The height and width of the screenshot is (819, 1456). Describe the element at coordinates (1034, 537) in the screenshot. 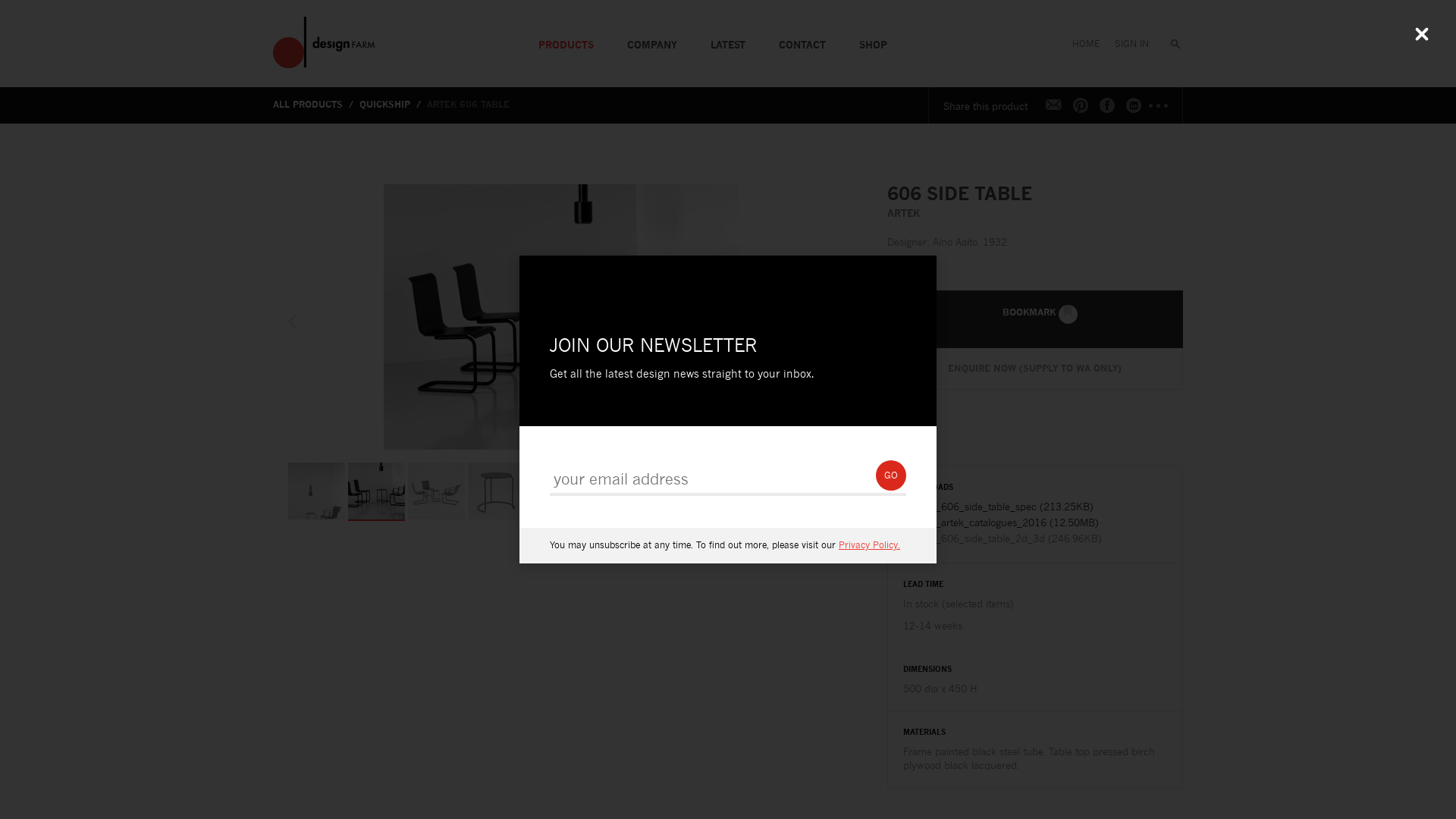

I see `'atk_606_side_table_2d_3d (246.96KB)'` at that location.